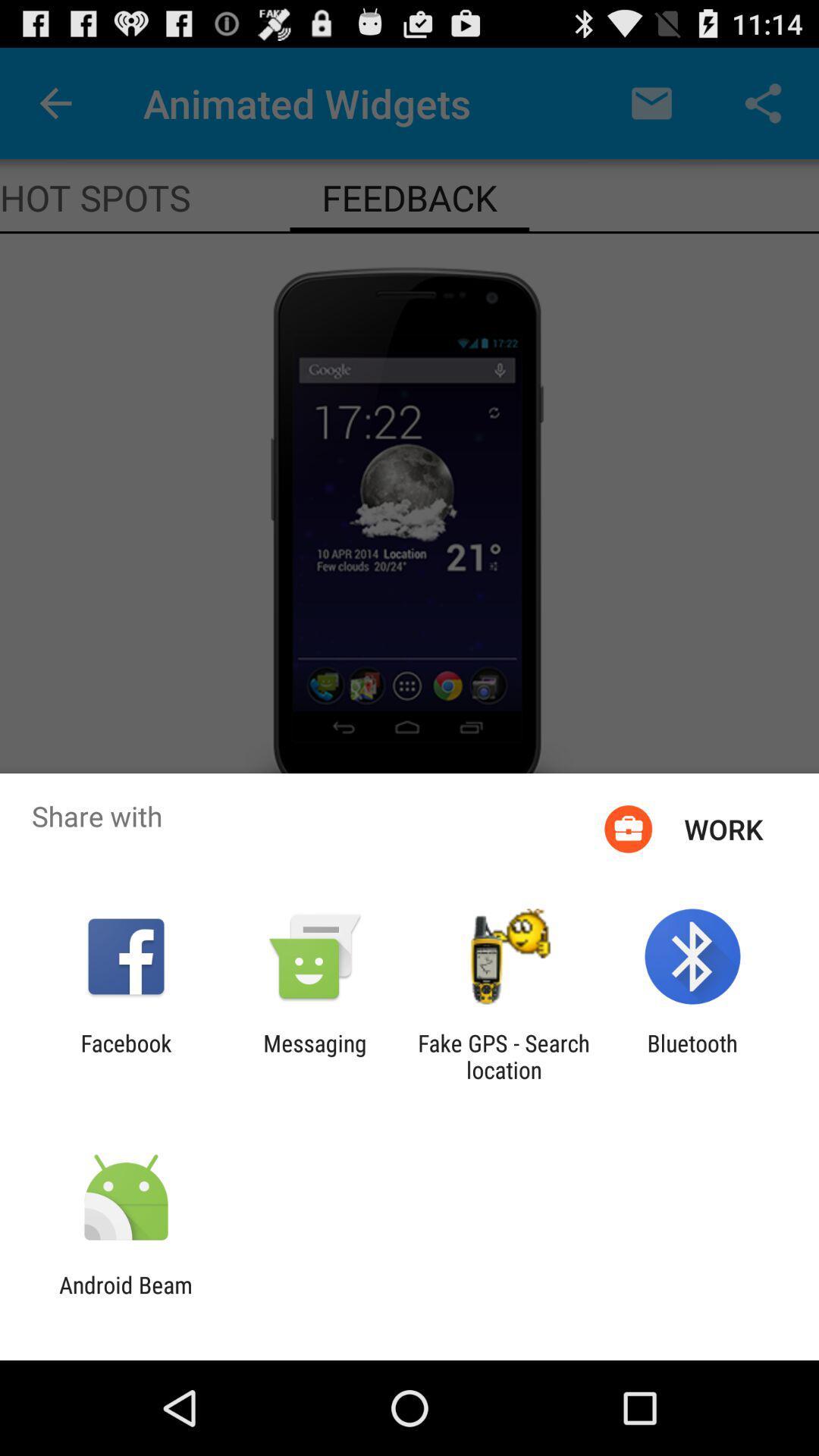 The image size is (819, 1456). What do you see at coordinates (125, 1298) in the screenshot?
I see `the android beam item` at bounding box center [125, 1298].